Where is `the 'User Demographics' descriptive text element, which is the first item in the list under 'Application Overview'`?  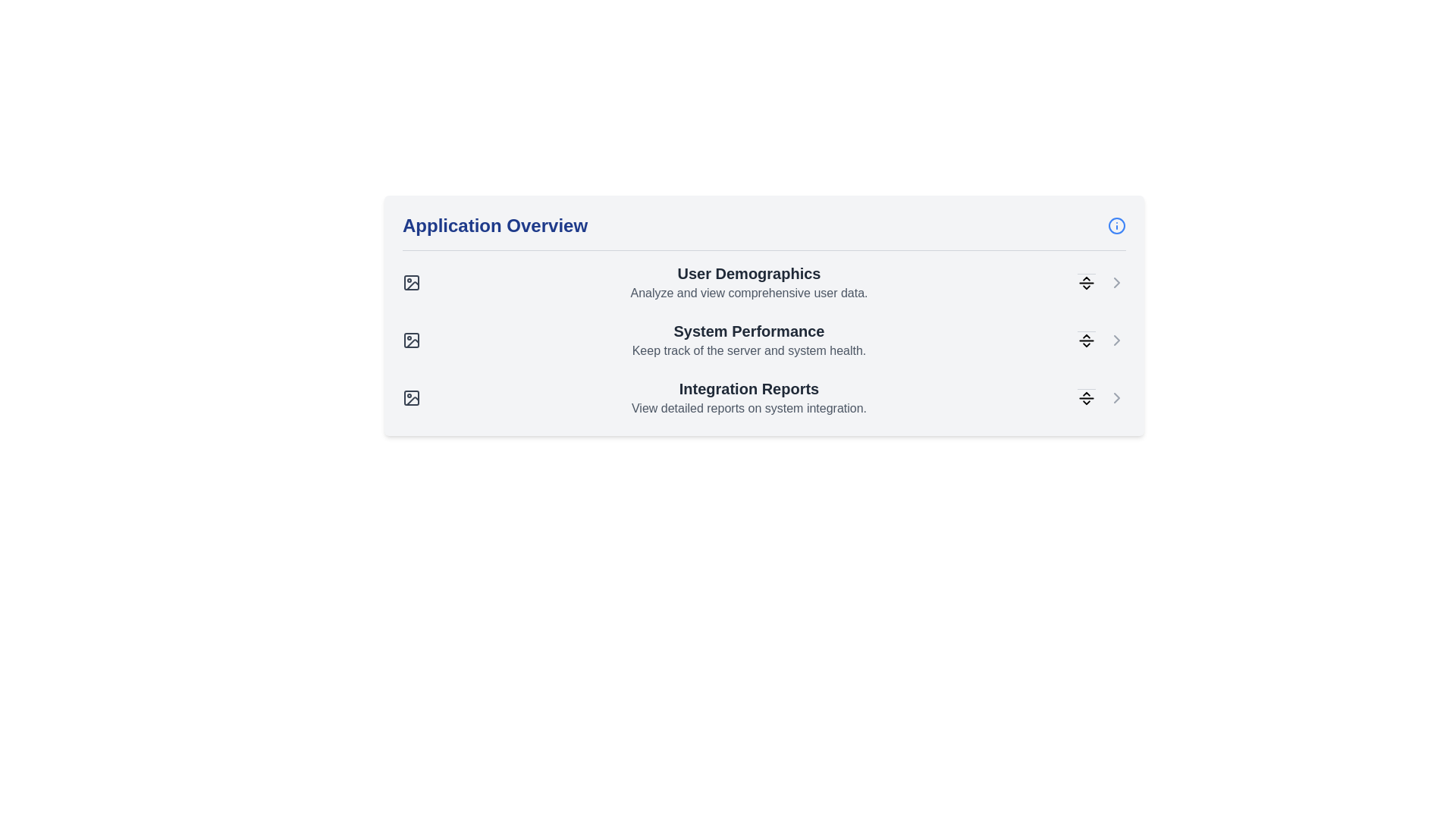 the 'User Demographics' descriptive text element, which is the first item in the list under 'Application Overview' is located at coordinates (749, 283).